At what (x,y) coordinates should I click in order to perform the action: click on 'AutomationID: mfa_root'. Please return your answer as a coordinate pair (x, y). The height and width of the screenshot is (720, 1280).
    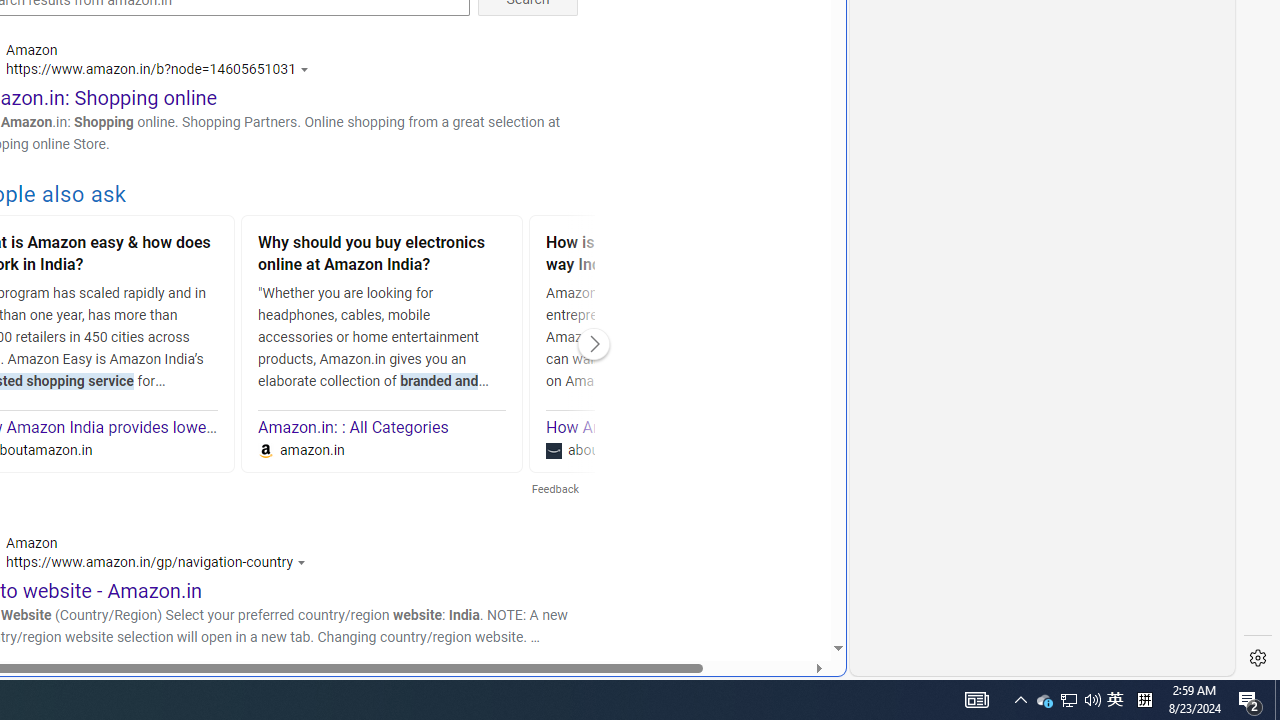
    Looking at the image, I should click on (761, 587).